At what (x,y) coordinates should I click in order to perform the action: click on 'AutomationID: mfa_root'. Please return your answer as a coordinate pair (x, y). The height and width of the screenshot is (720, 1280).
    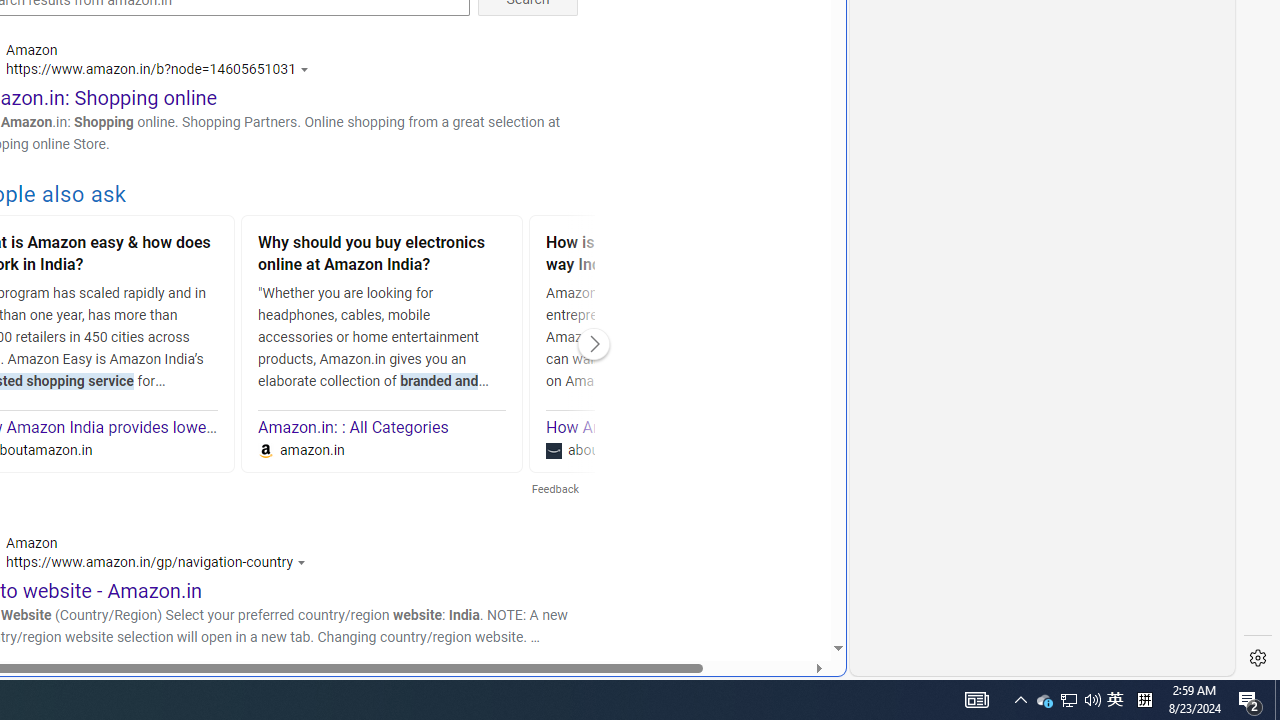
    Looking at the image, I should click on (761, 587).